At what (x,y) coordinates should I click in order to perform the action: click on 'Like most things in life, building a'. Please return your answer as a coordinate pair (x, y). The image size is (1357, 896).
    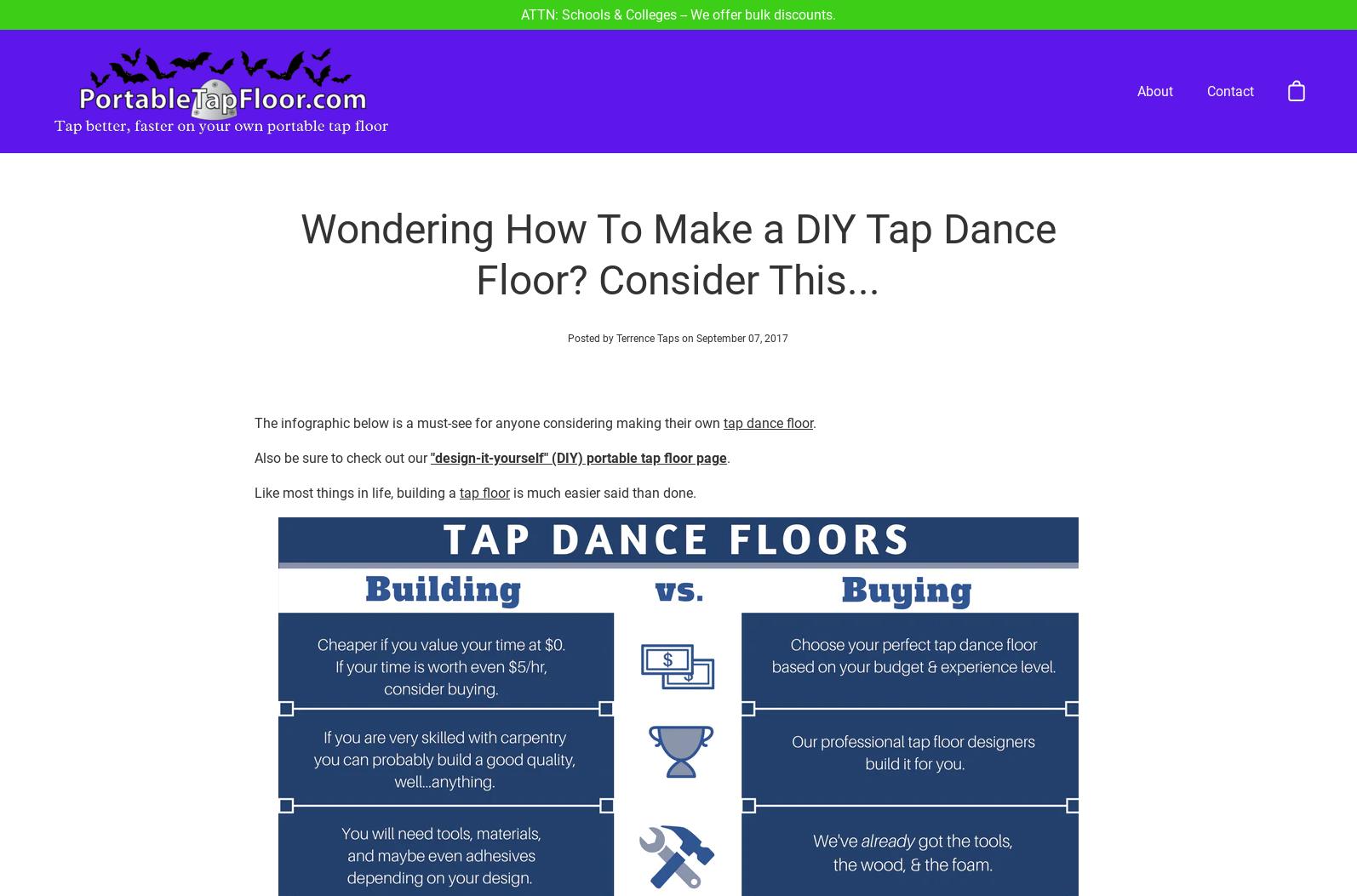
    Looking at the image, I should click on (355, 430).